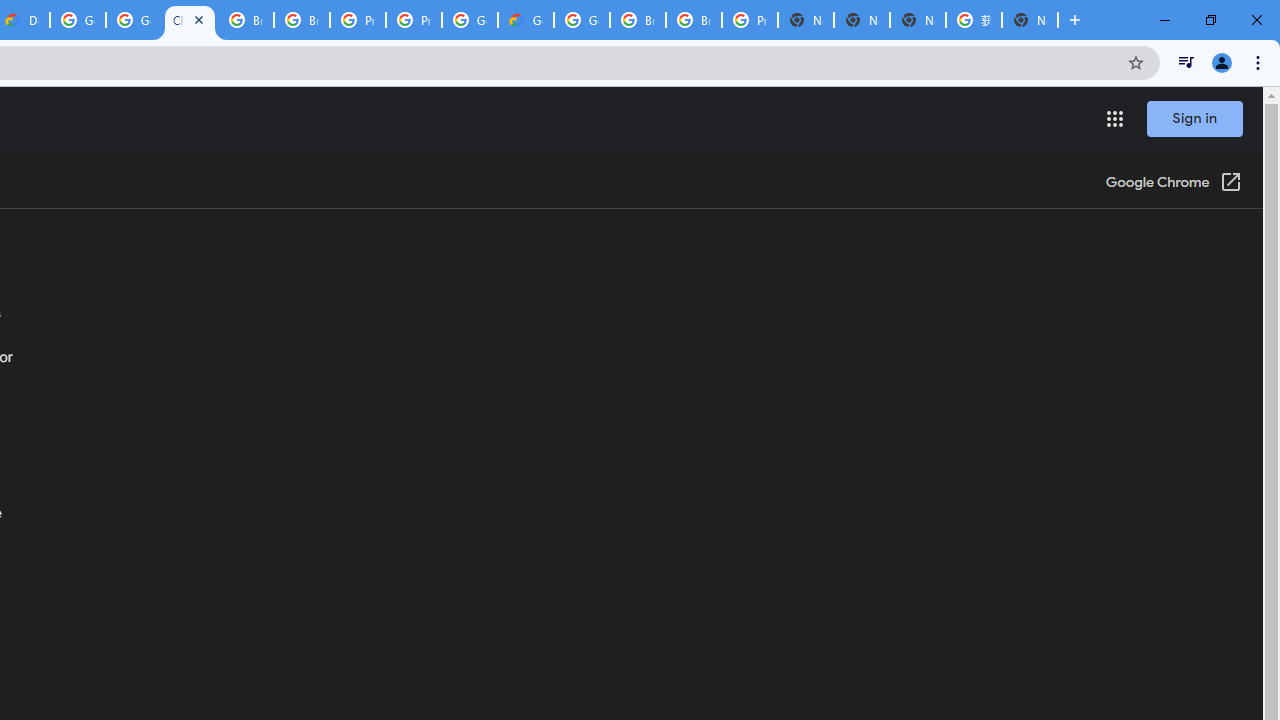 Image resolution: width=1280 pixels, height=720 pixels. What do you see at coordinates (581, 20) in the screenshot?
I see `'Google Cloud Platform'` at bounding box center [581, 20].